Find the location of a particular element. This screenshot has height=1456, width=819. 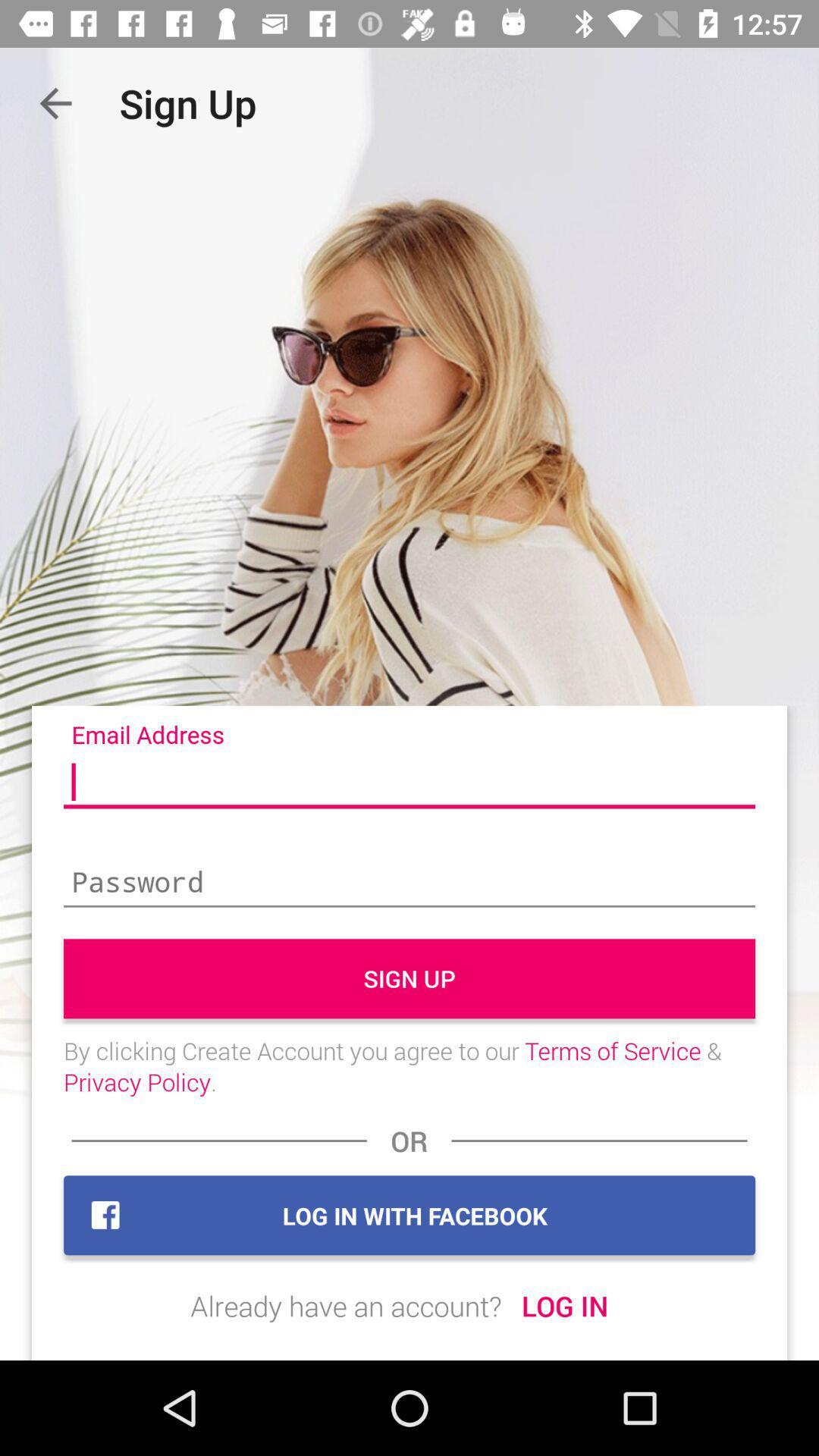

fill in the email address is located at coordinates (409, 783).